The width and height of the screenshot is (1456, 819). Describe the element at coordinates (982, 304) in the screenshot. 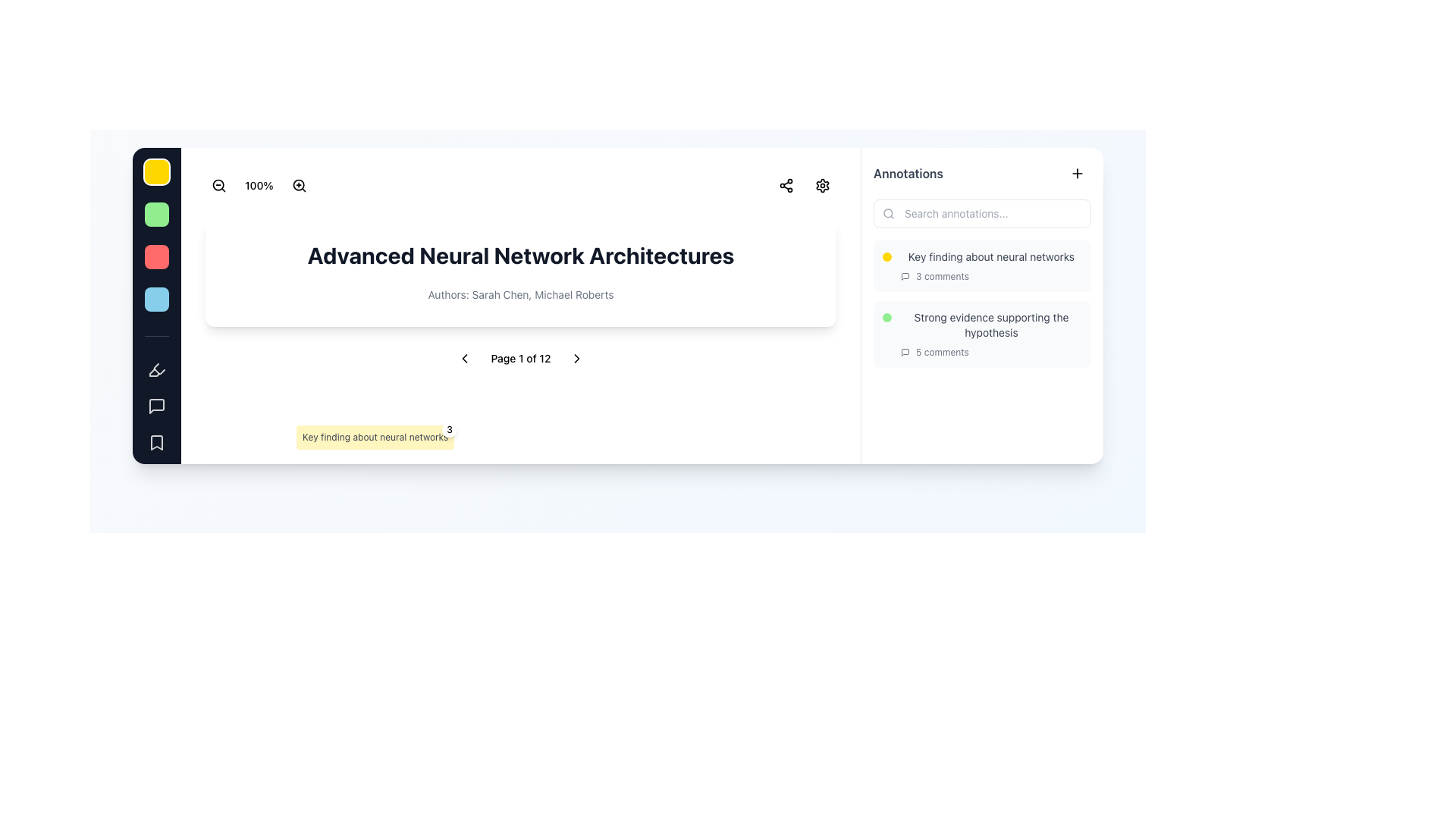

I see `the second Interactive annotation card in the Annotations section` at that location.